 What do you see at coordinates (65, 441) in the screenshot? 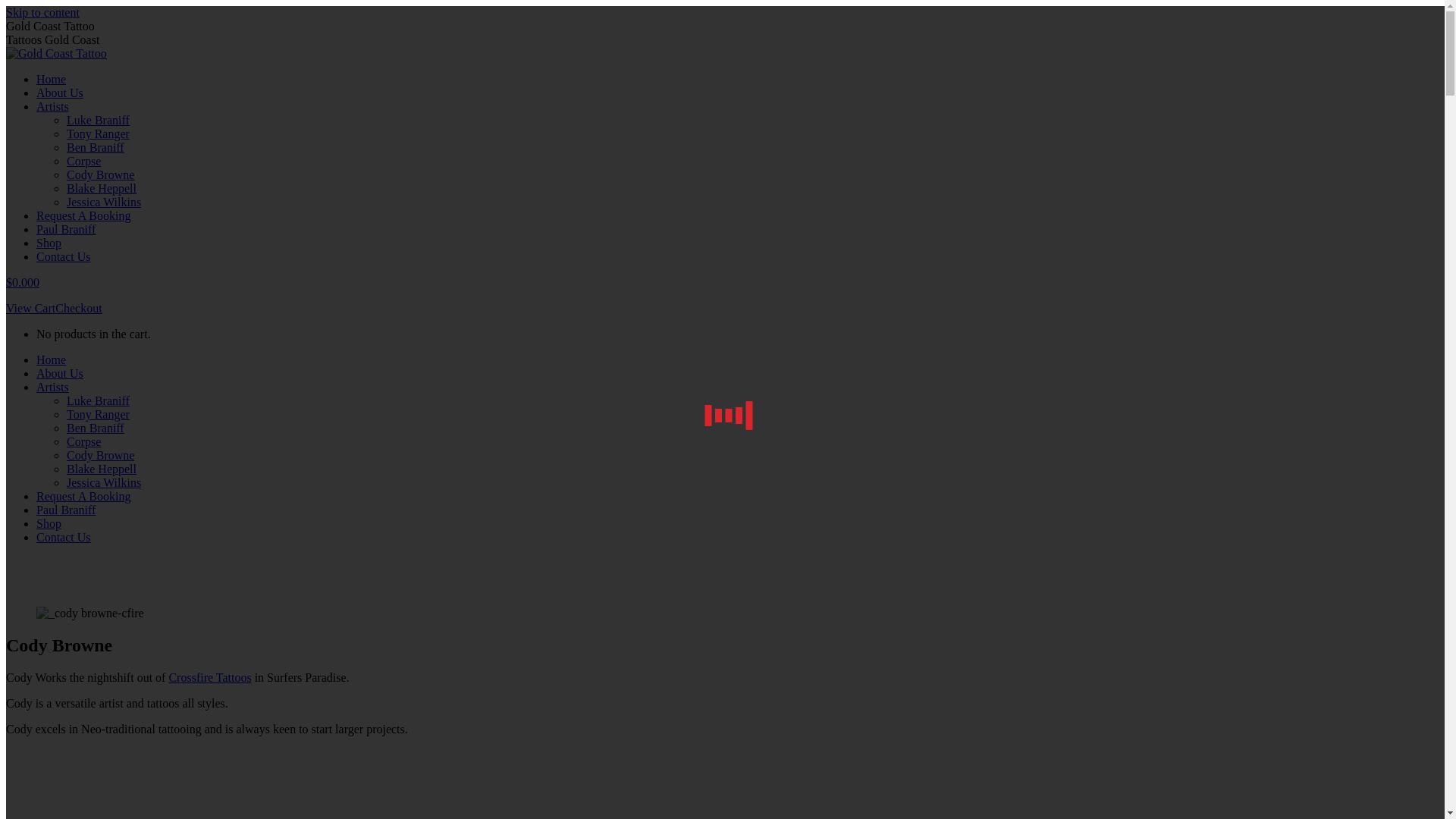
I see `'Corpse'` at bounding box center [65, 441].